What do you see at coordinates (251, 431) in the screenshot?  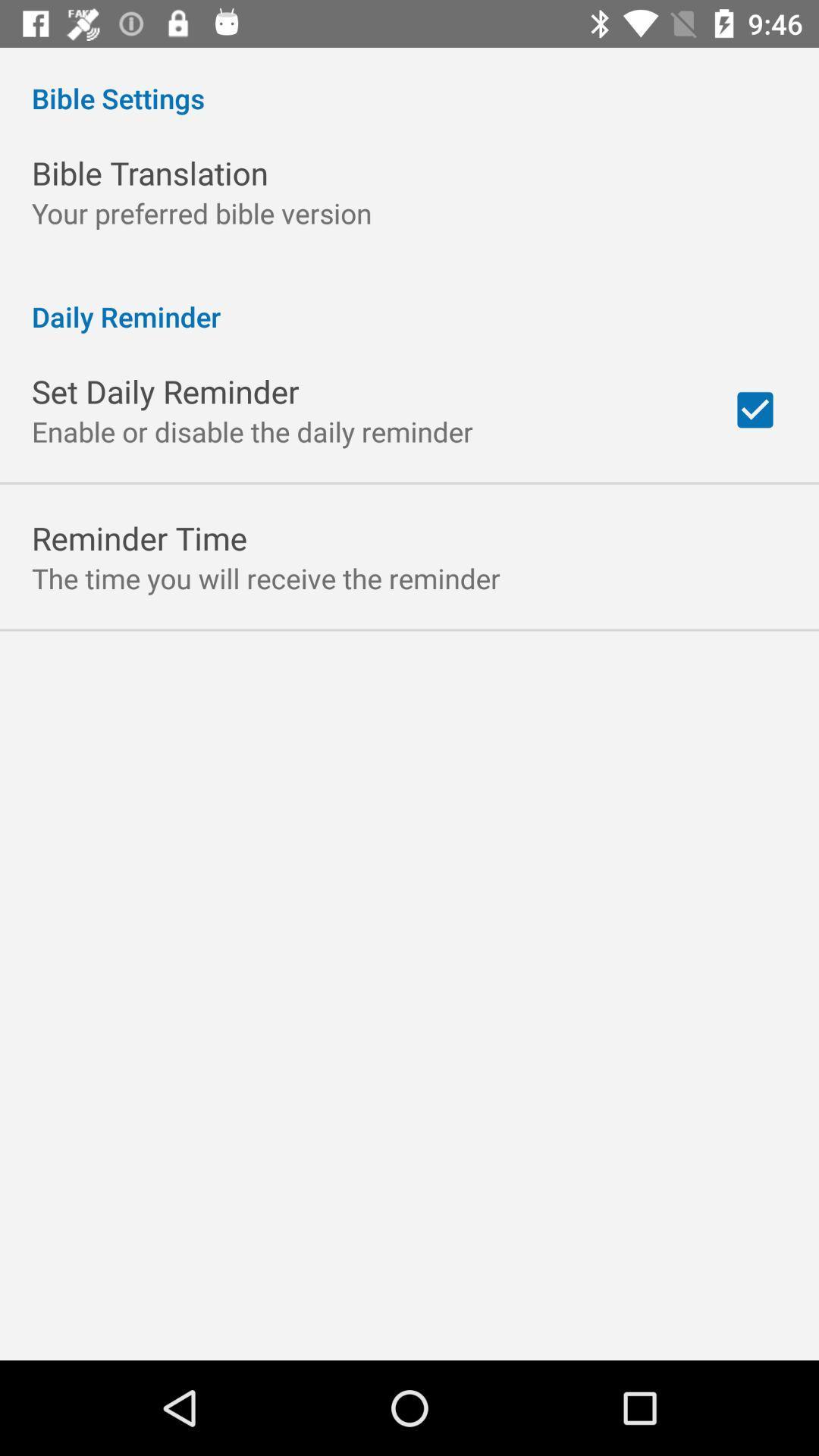 I see `item above the reminder time item` at bounding box center [251, 431].